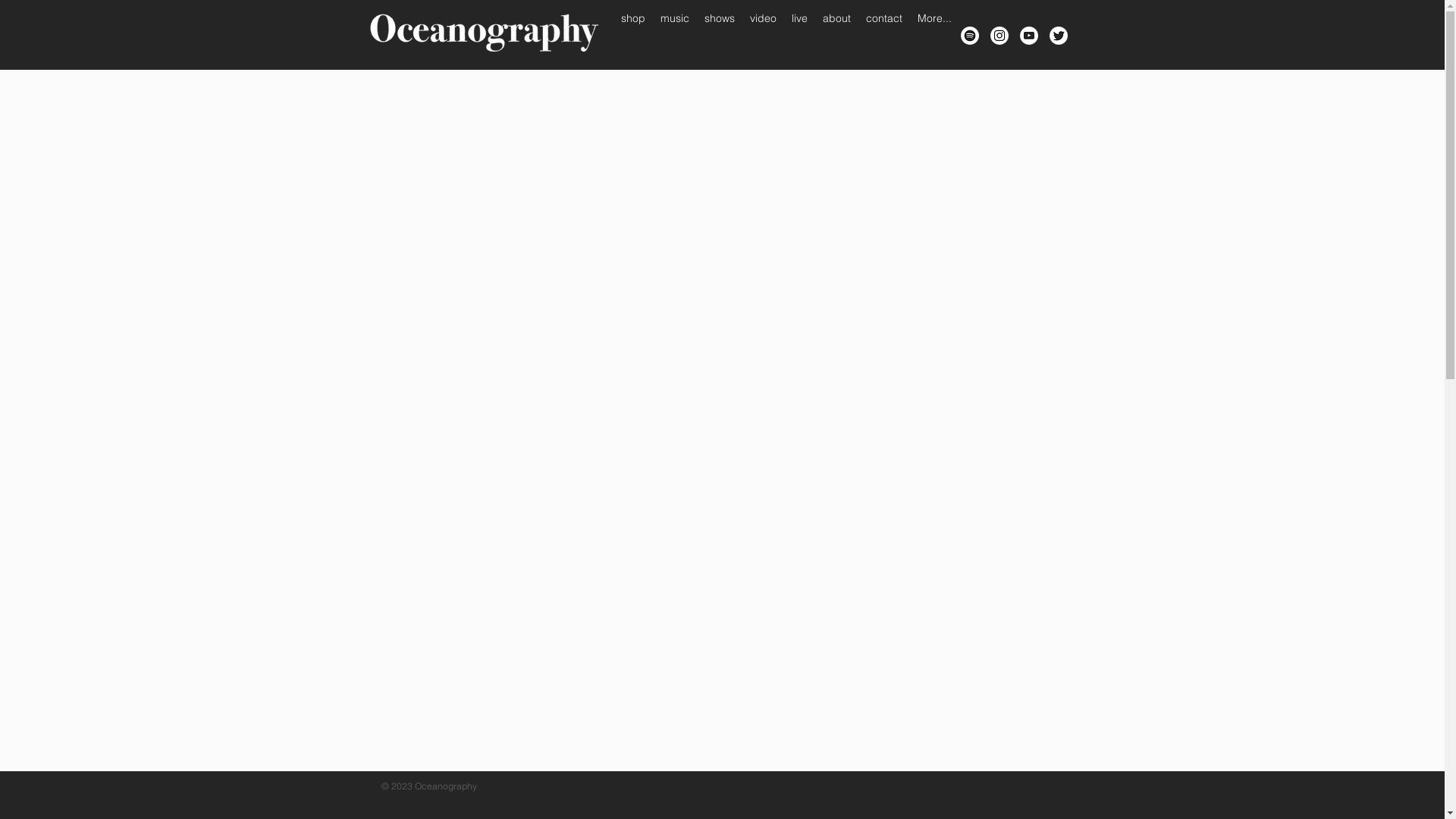  What do you see at coordinates (799, 34) in the screenshot?
I see `'live'` at bounding box center [799, 34].